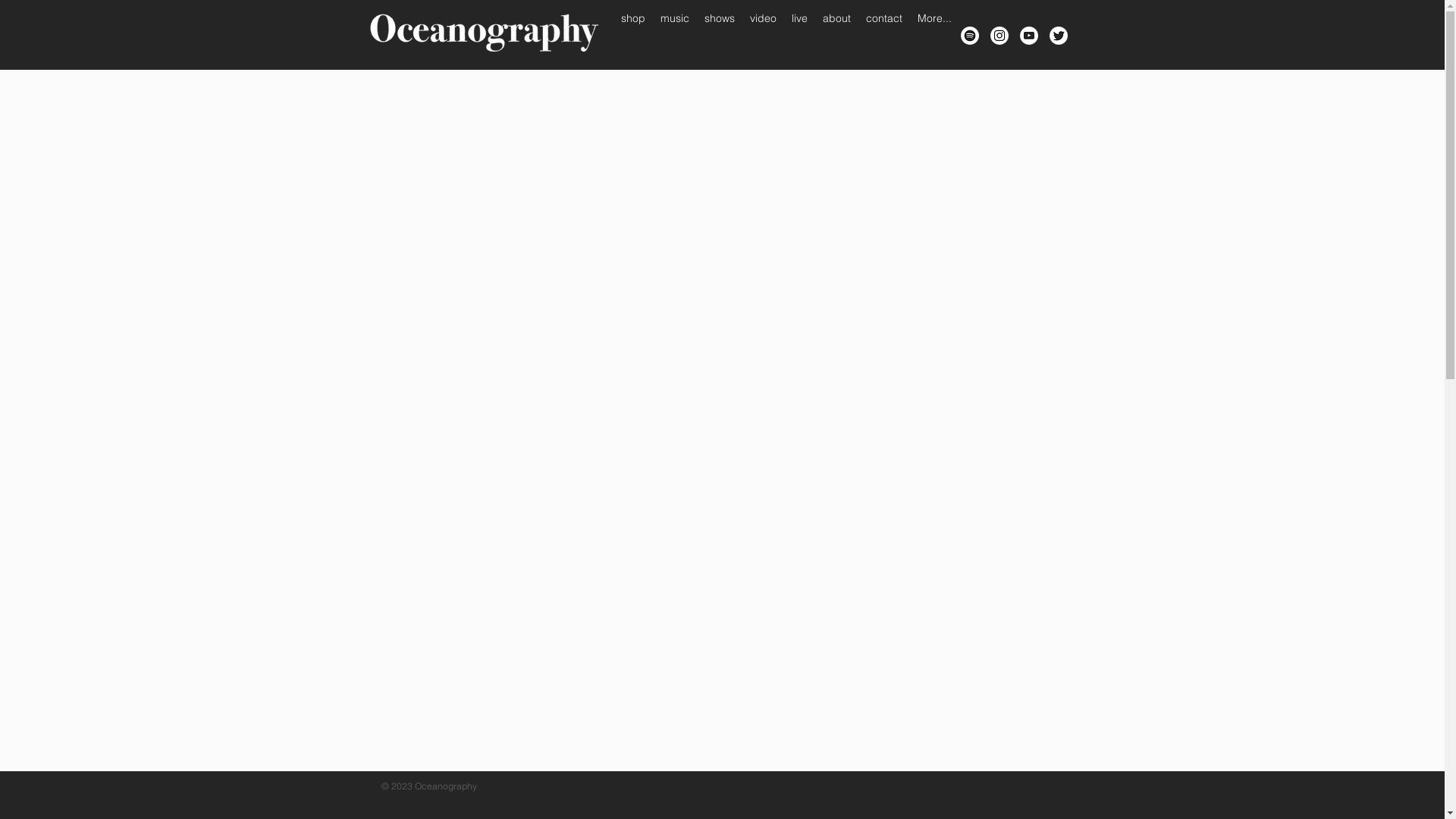  What do you see at coordinates (799, 34) in the screenshot?
I see `'live'` at bounding box center [799, 34].